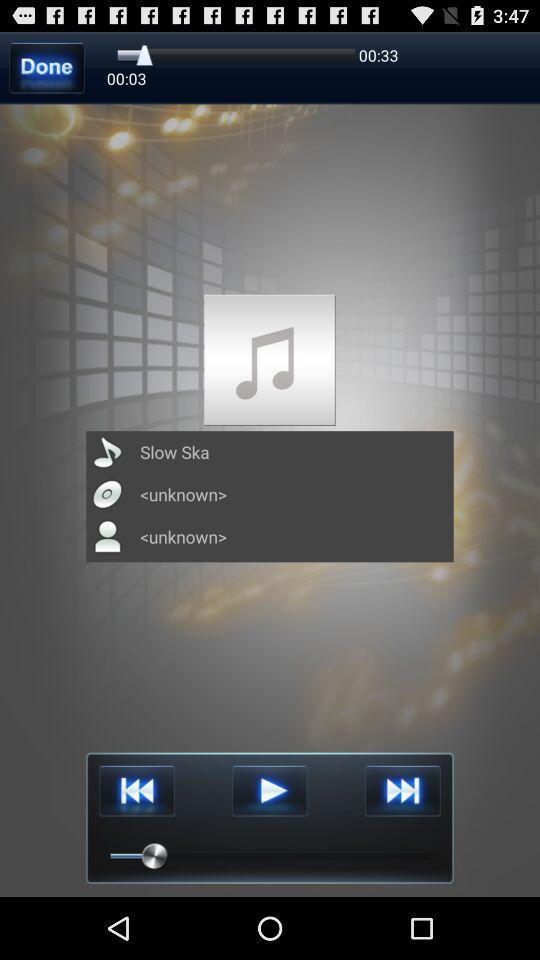  I want to click on the current song, so click(269, 791).